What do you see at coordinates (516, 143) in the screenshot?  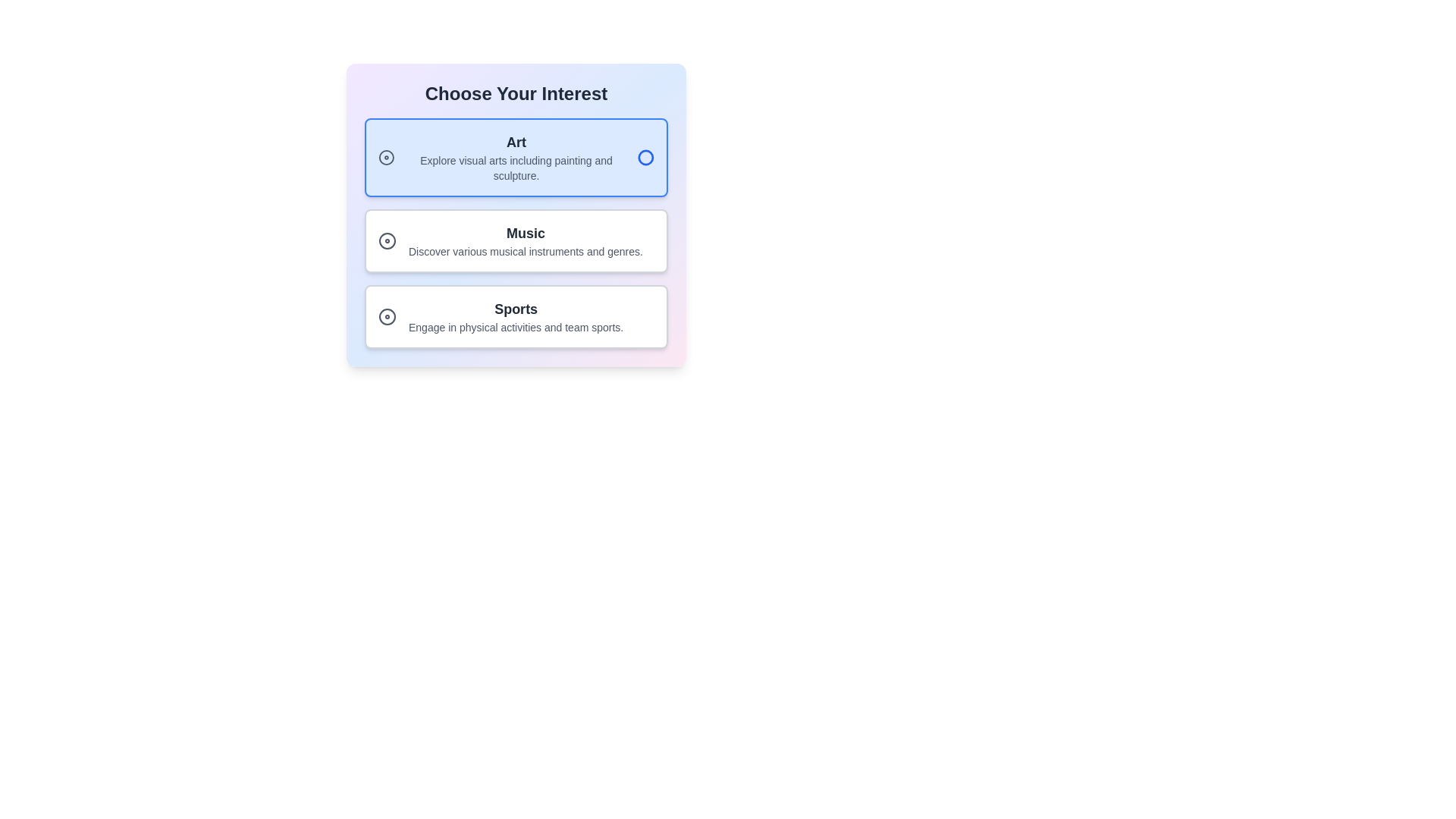 I see `the 'Art' text label, which serves as the title for the 'Art' option in the selection interface` at bounding box center [516, 143].